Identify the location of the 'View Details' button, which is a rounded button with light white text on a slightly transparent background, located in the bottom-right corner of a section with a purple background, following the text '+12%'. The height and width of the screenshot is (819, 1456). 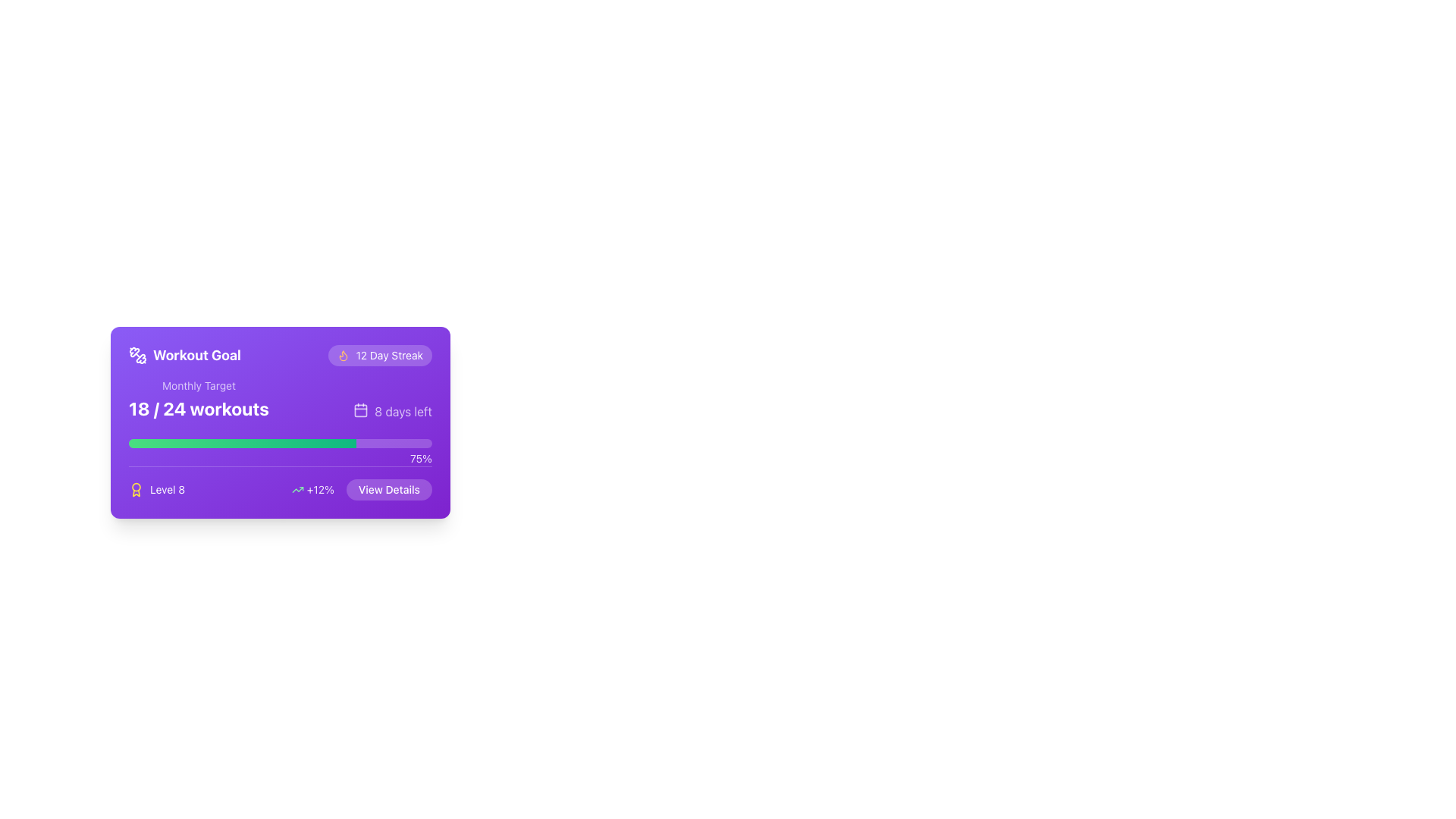
(389, 489).